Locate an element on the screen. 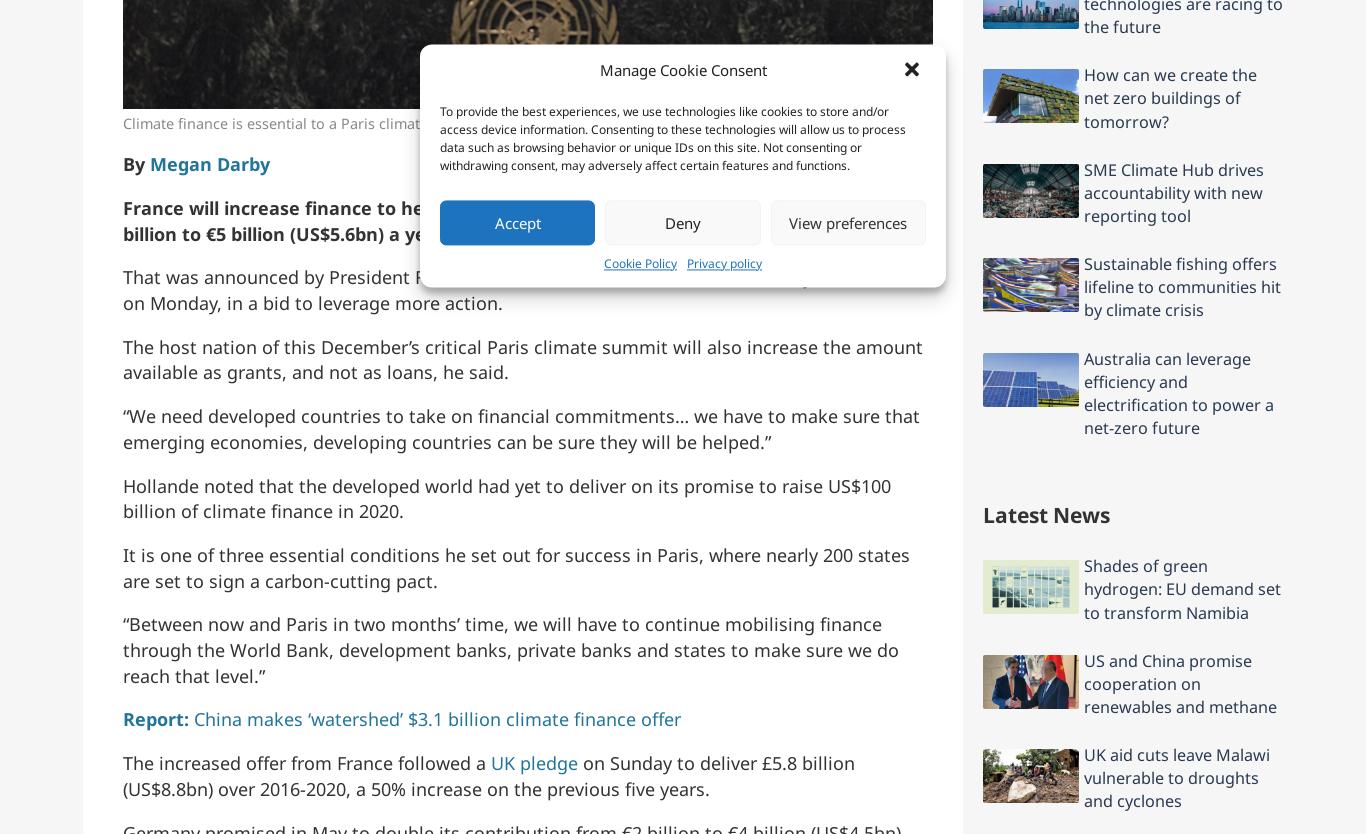 The height and width of the screenshot is (834, 1366). 'Latest News' is located at coordinates (1045, 513).